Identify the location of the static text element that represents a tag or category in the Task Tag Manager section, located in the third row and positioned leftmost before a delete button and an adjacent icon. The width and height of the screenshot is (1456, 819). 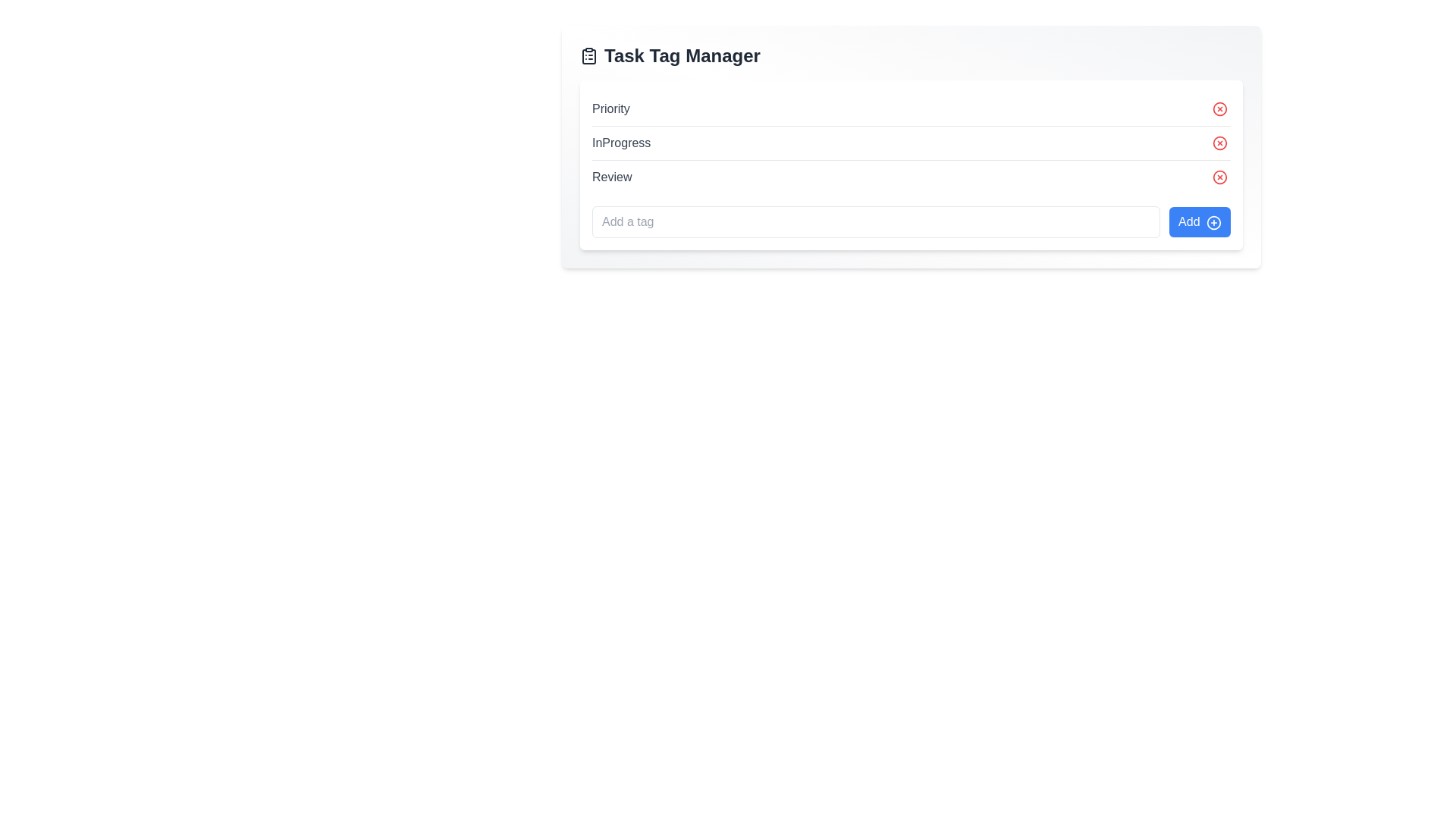
(612, 177).